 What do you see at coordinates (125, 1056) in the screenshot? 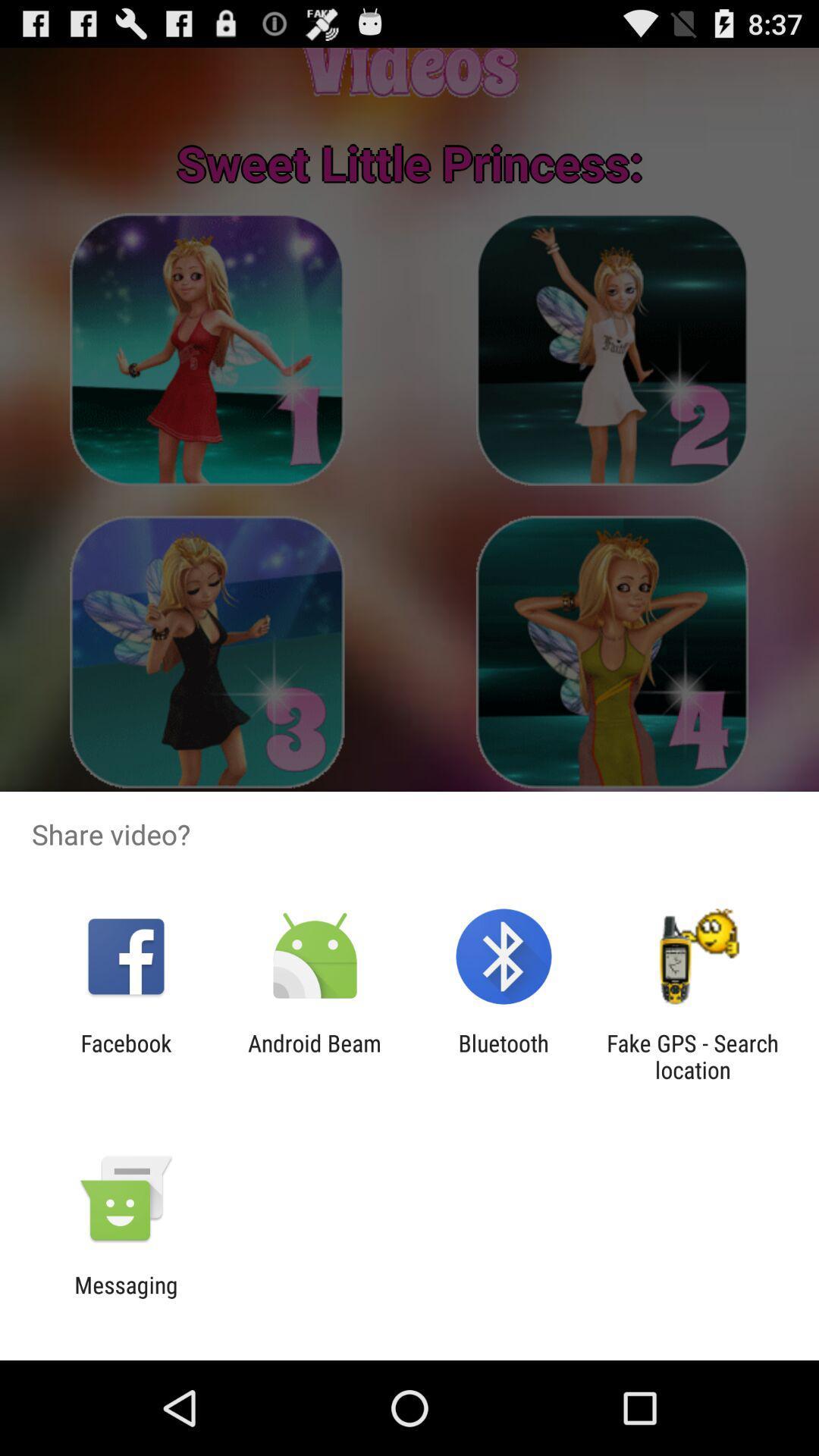
I see `the app to the left of android beam app` at bounding box center [125, 1056].